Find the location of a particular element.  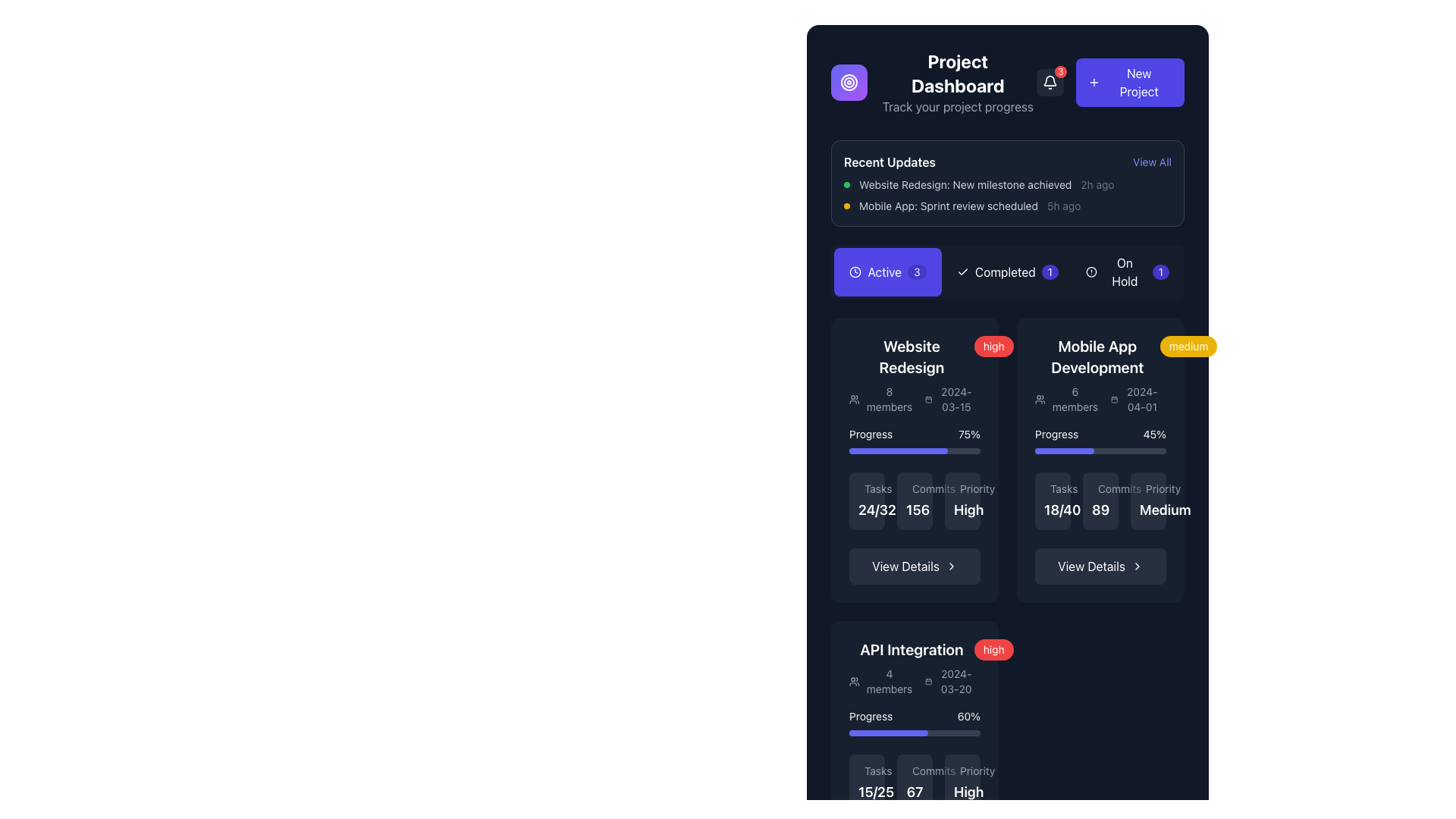

the 'Completed1' button with a checkmark icon is located at coordinates (1008, 271).